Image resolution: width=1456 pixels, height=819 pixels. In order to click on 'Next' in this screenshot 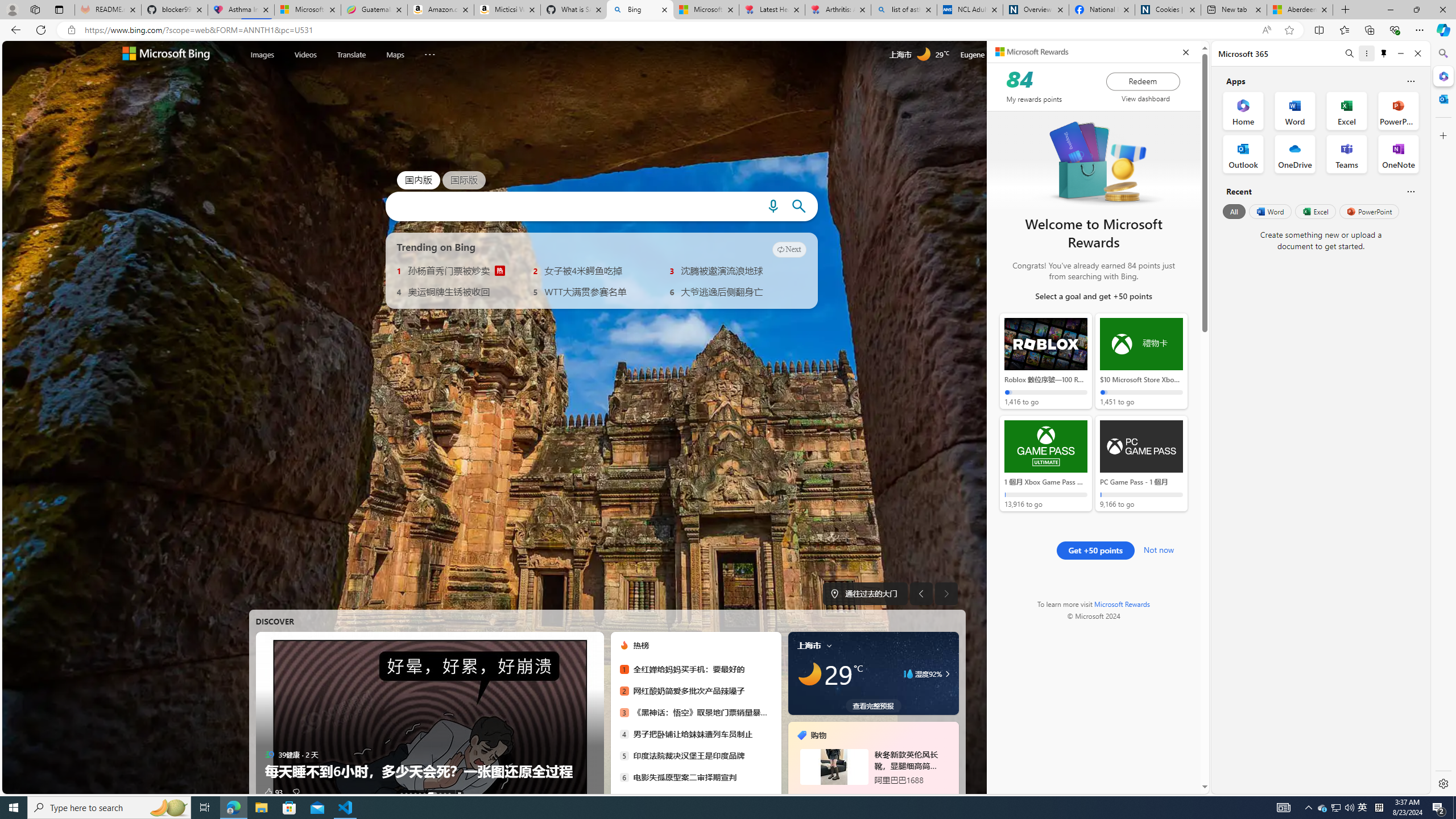, I will do `click(788, 249)`.